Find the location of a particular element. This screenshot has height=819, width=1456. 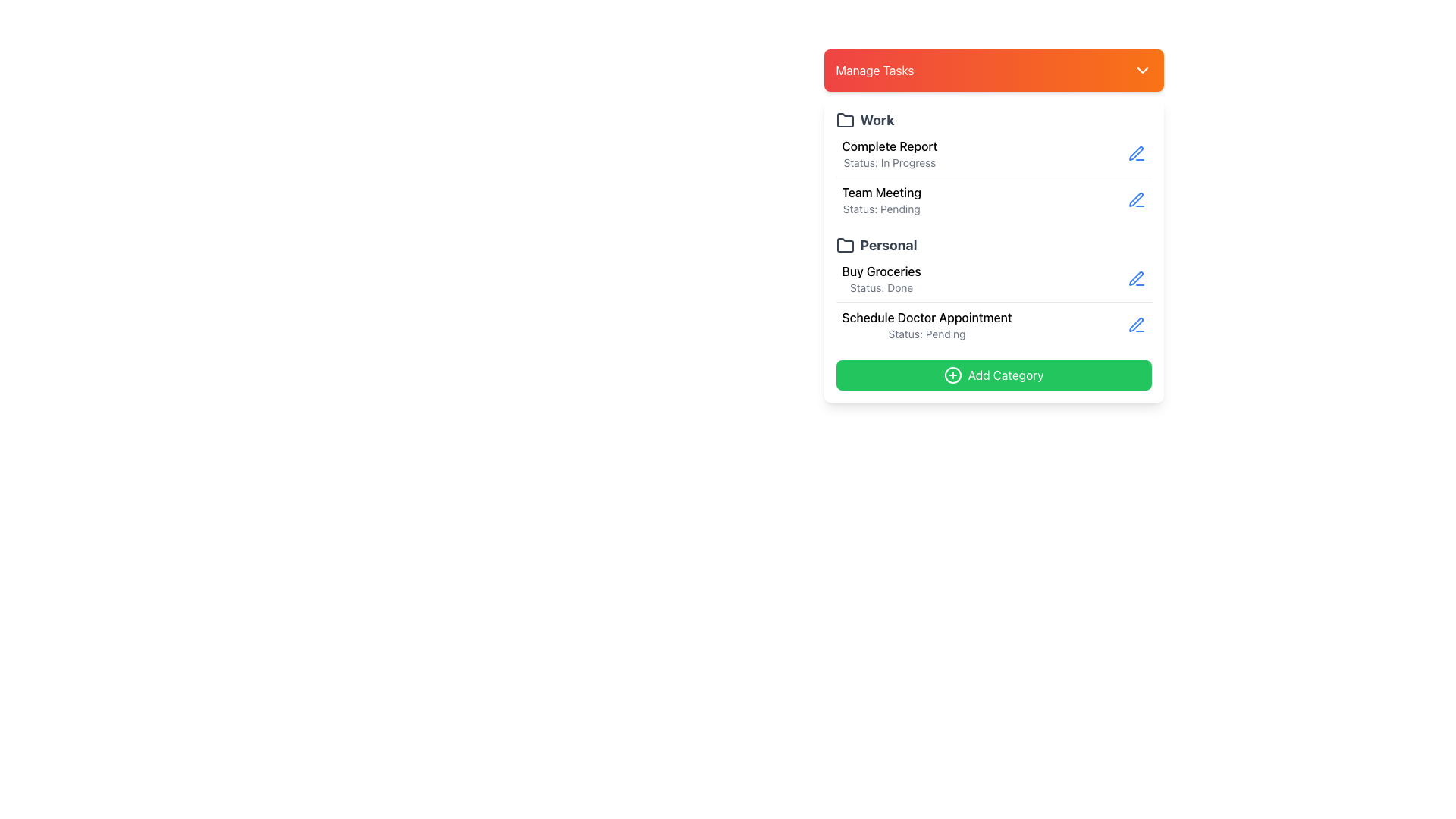

the topmost button that manages tasks is located at coordinates (993, 70).